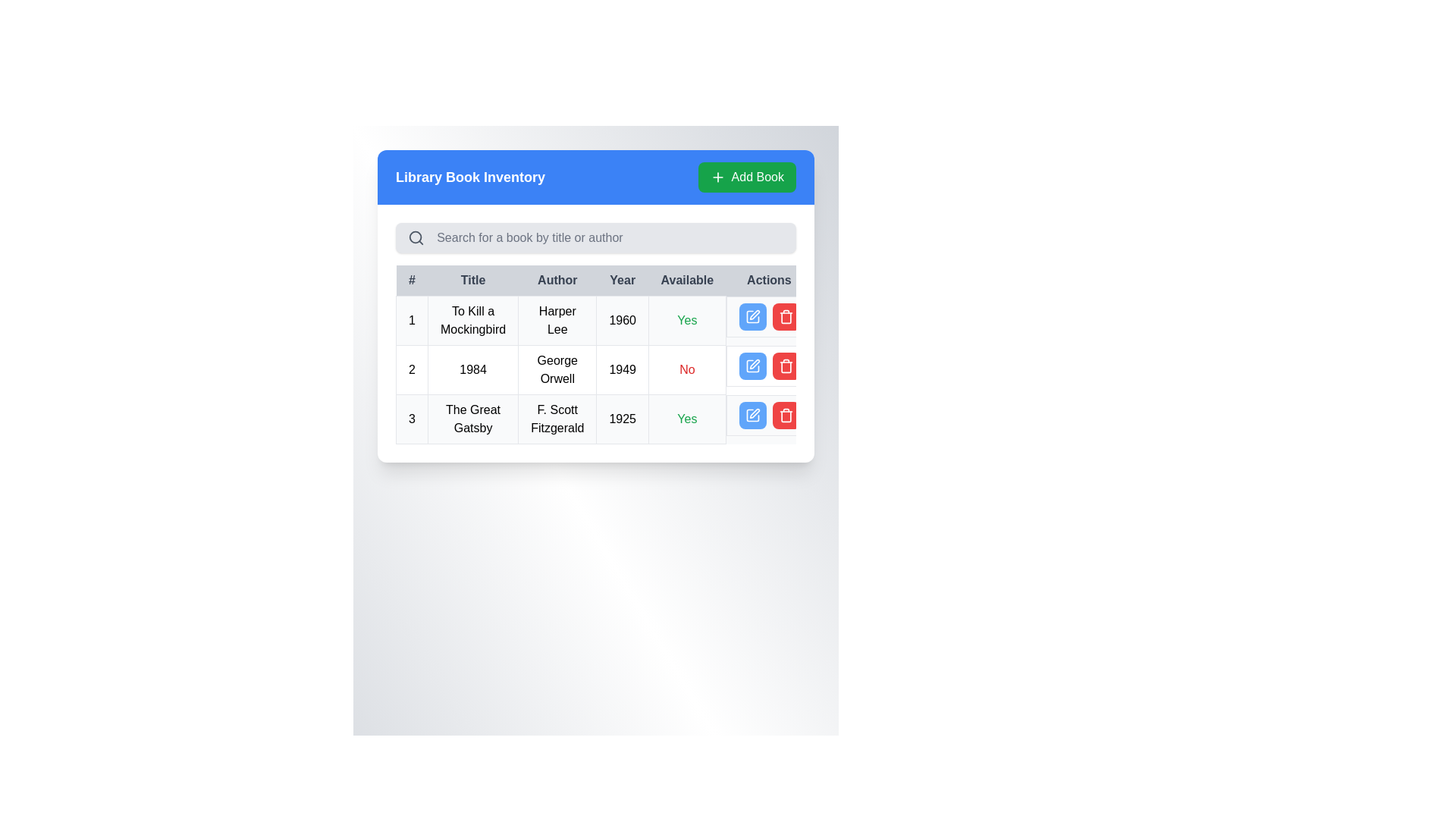 The width and height of the screenshot is (1456, 819). What do you see at coordinates (686, 319) in the screenshot?
I see `the text label indicating the availability status of the book in the 'Available' column of the third row` at bounding box center [686, 319].